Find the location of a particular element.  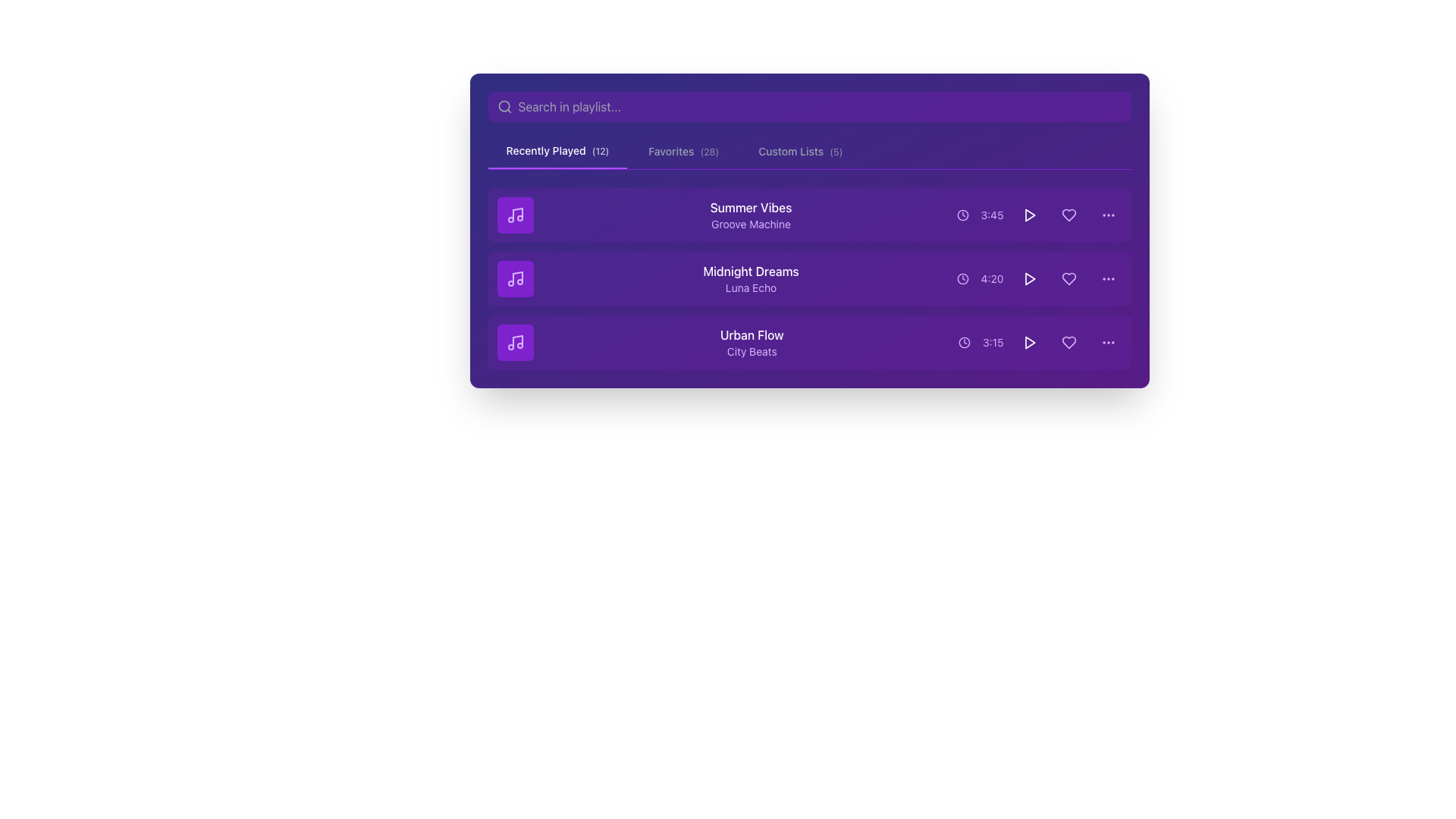

the Icon (Horizontal Ellipsis Button) for the song 'Summer Vibes' is located at coordinates (1108, 215).